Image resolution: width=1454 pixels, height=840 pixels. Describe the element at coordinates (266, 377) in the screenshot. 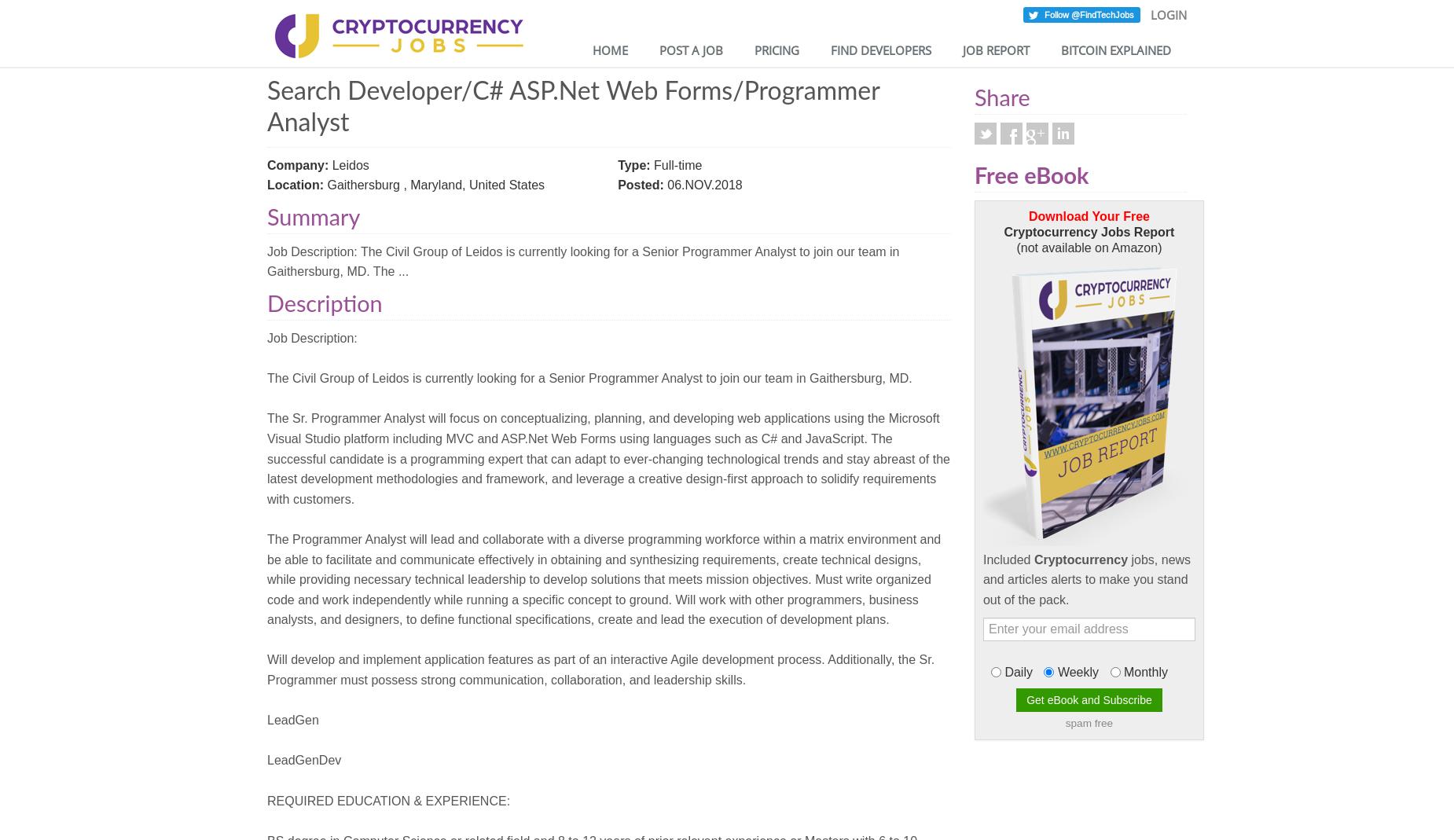

I see `'The Civil Group of Leidos is currently looking for a Senior Programmer Analyst to join our team in Gaithersburg, MD.'` at that location.